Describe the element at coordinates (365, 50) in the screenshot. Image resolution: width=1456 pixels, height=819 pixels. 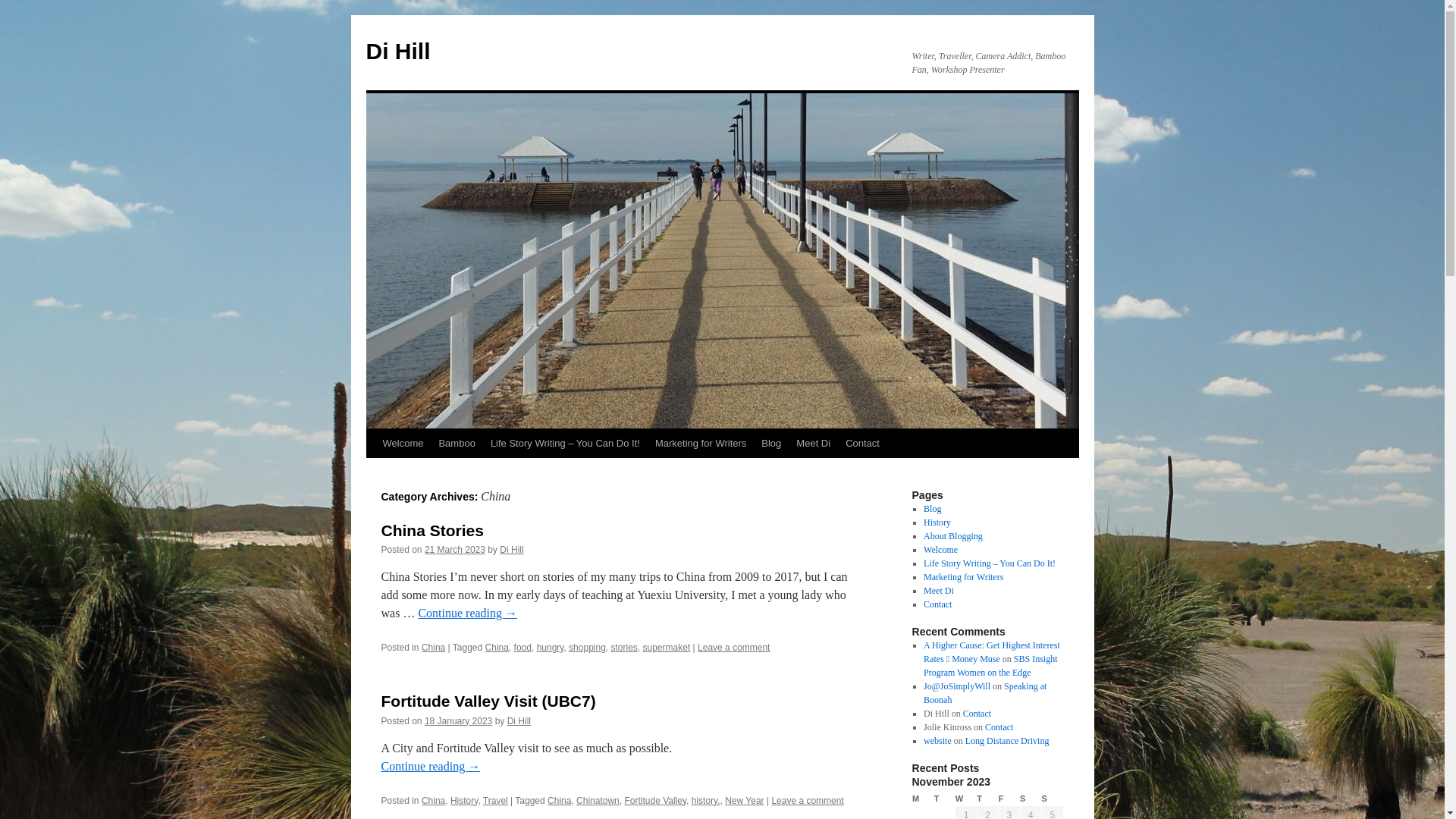
I see `'Di Hill'` at that location.